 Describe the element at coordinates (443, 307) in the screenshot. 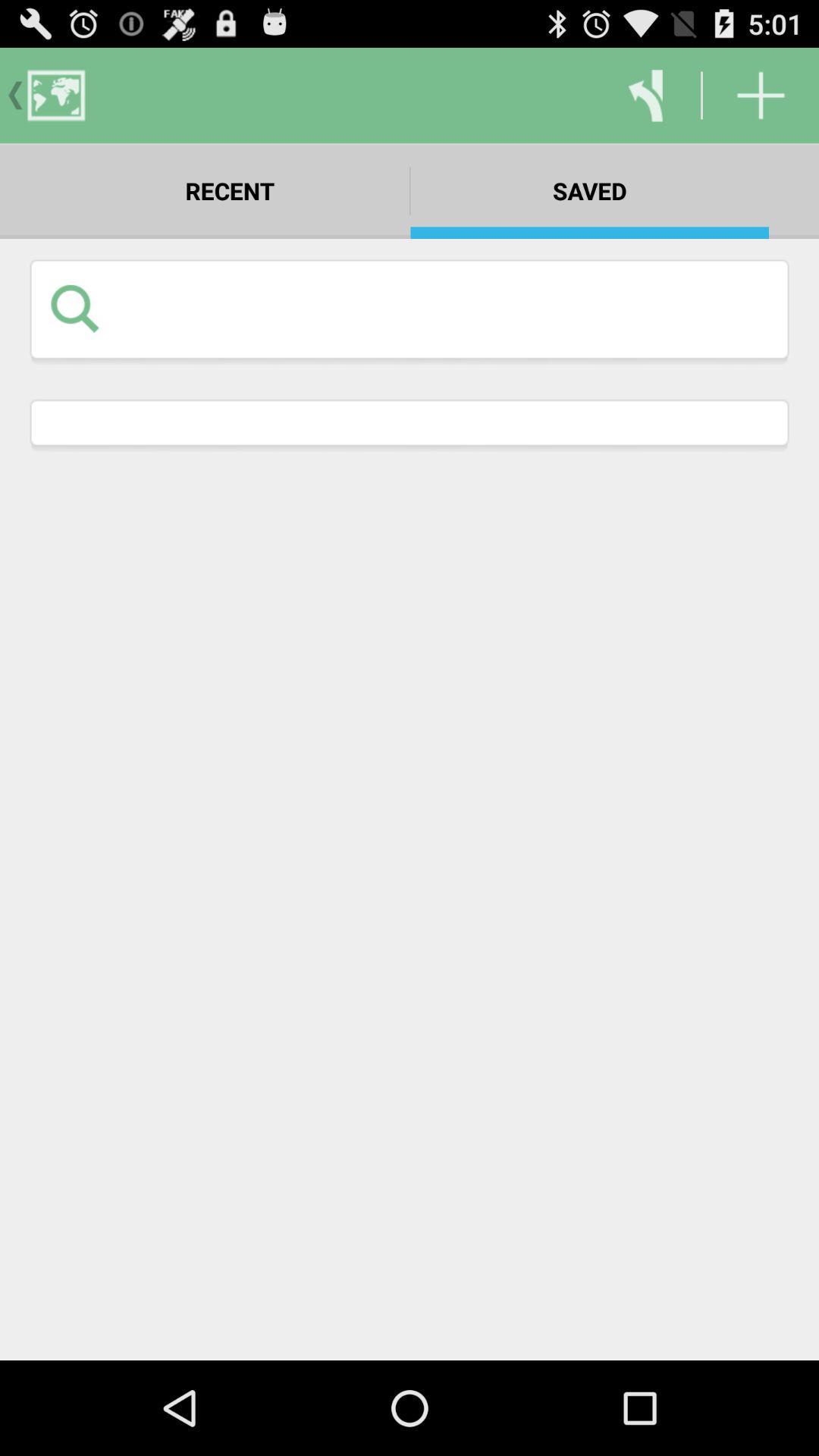

I see `google search page` at that location.